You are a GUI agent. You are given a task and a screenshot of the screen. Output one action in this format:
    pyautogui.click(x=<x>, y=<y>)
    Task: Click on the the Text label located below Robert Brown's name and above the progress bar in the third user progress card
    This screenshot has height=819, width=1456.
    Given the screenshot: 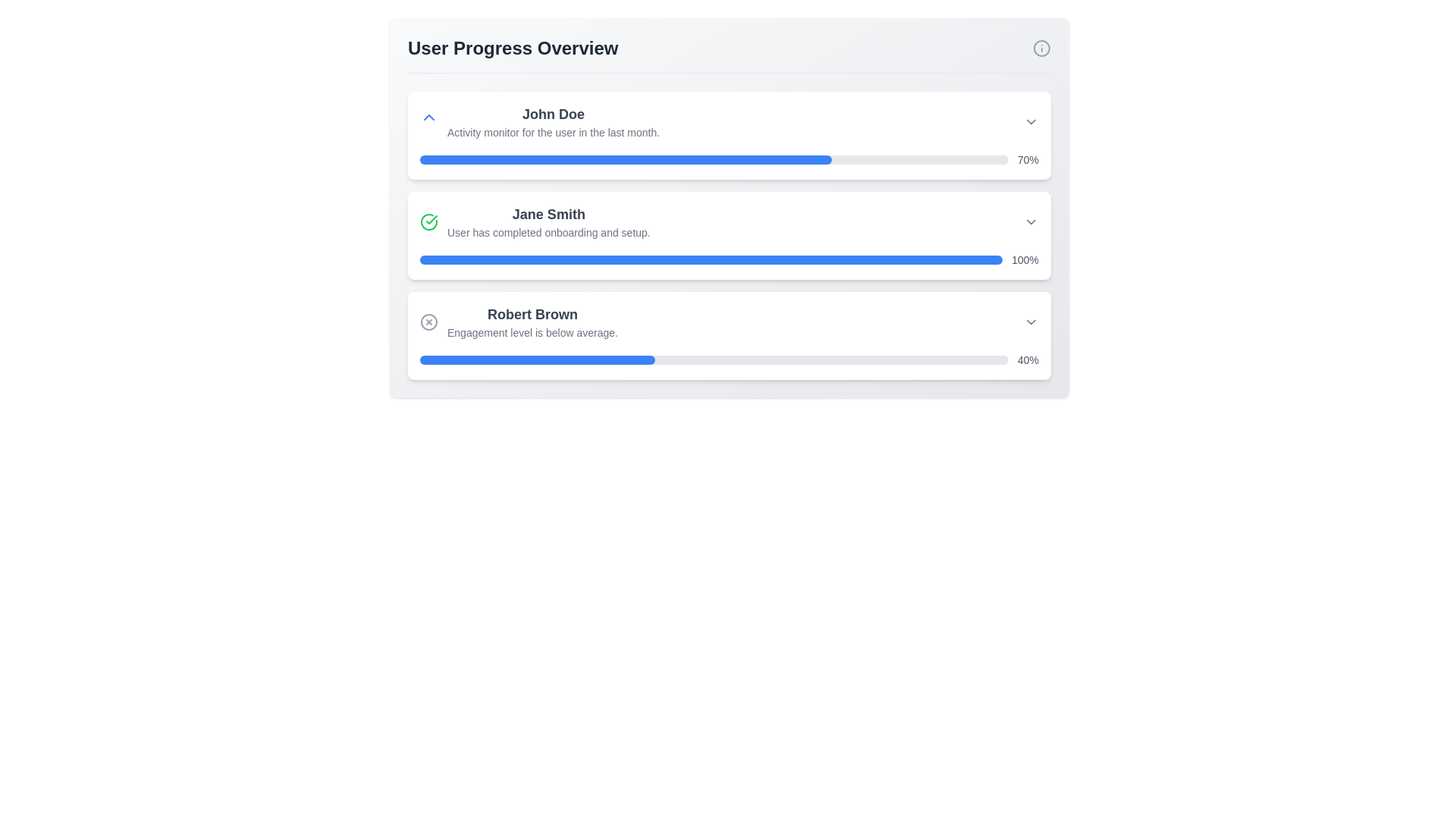 What is the action you would take?
    pyautogui.click(x=532, y=332)
    